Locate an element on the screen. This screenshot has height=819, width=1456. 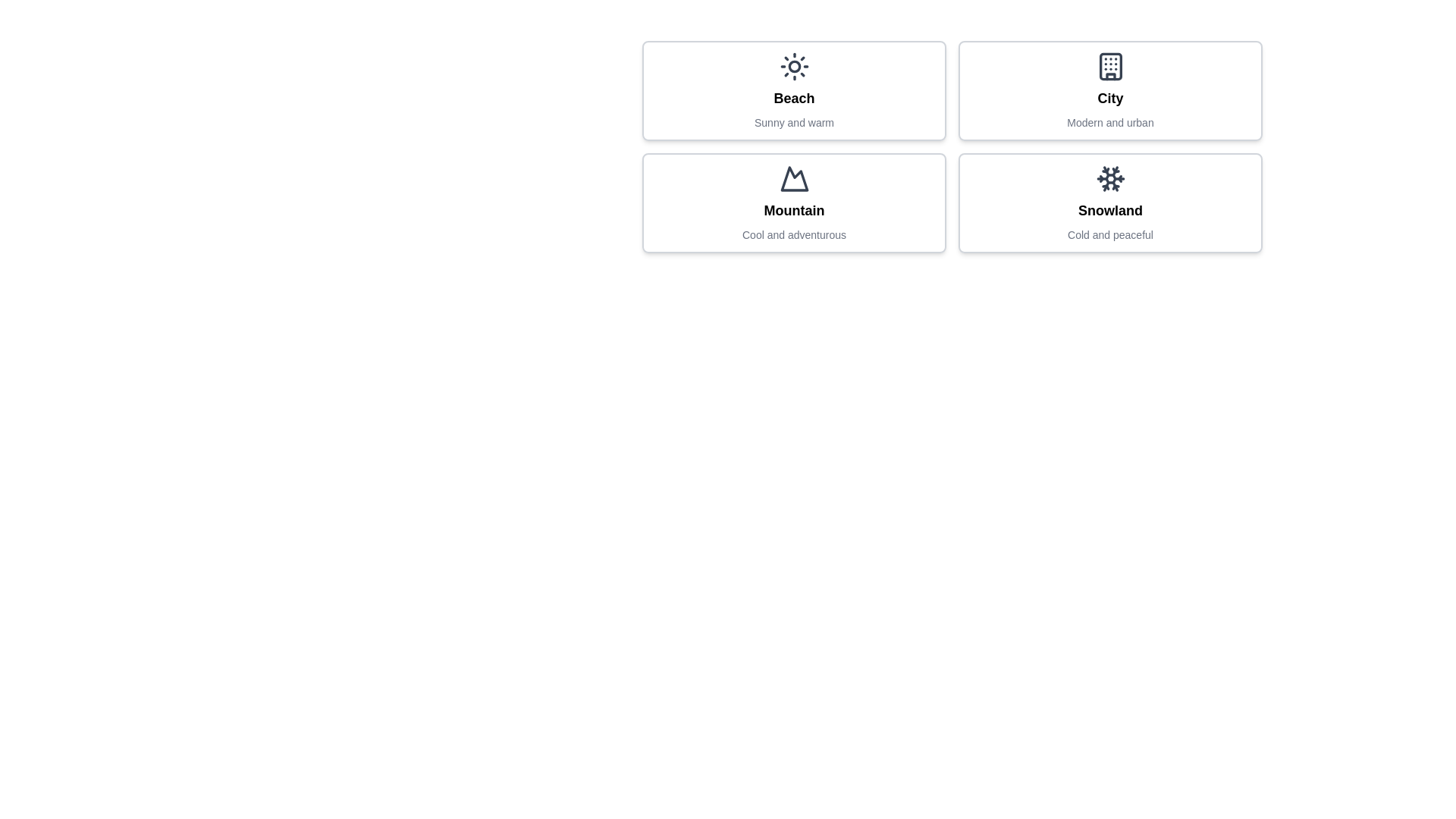
the rectangular card titled 'Beach' with a sun icon at the top, located in the top-left corner of the grid is located at coordinates (793, 90).